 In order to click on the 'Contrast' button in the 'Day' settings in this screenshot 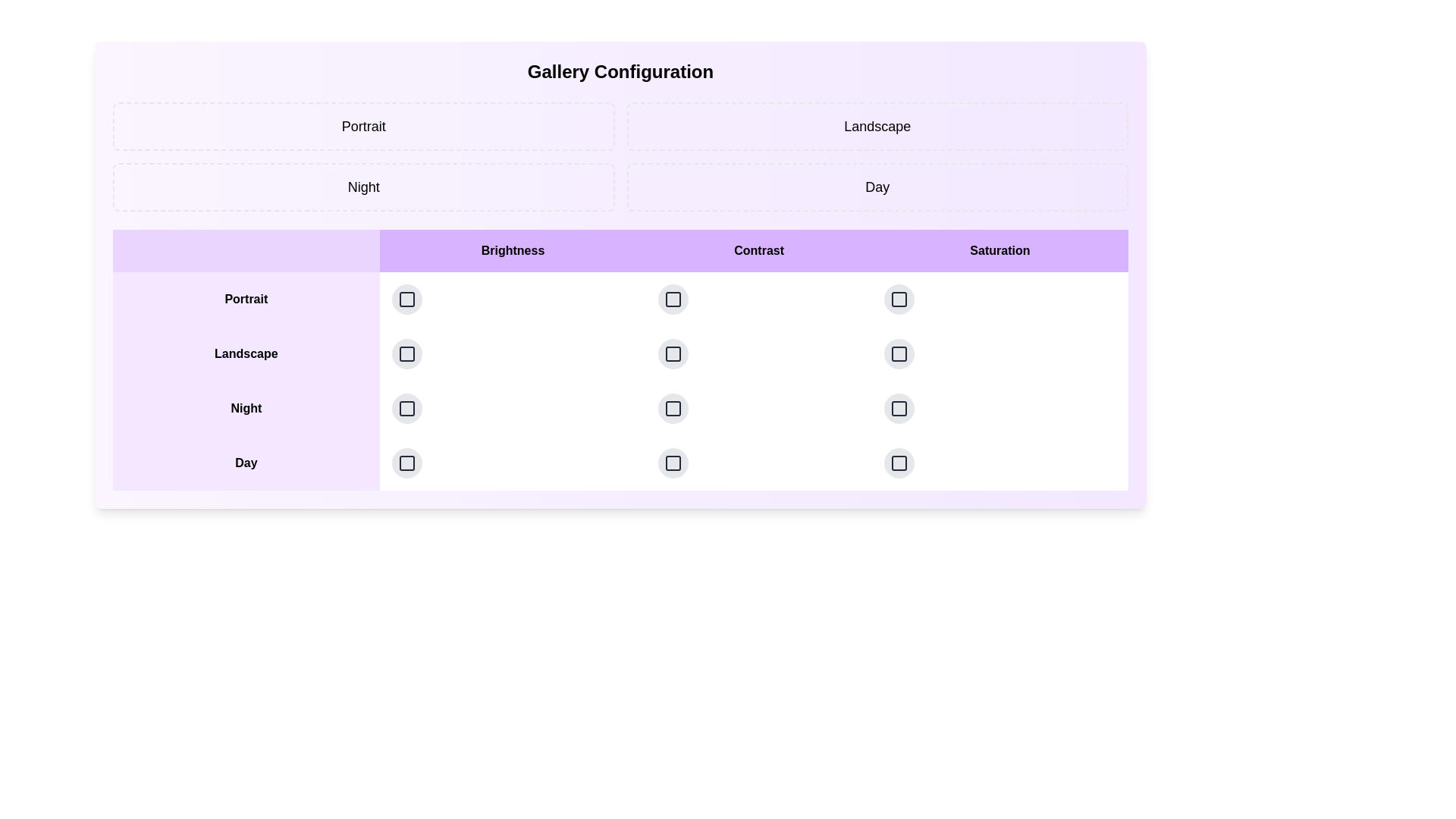, I will do `click(673, 462)`.